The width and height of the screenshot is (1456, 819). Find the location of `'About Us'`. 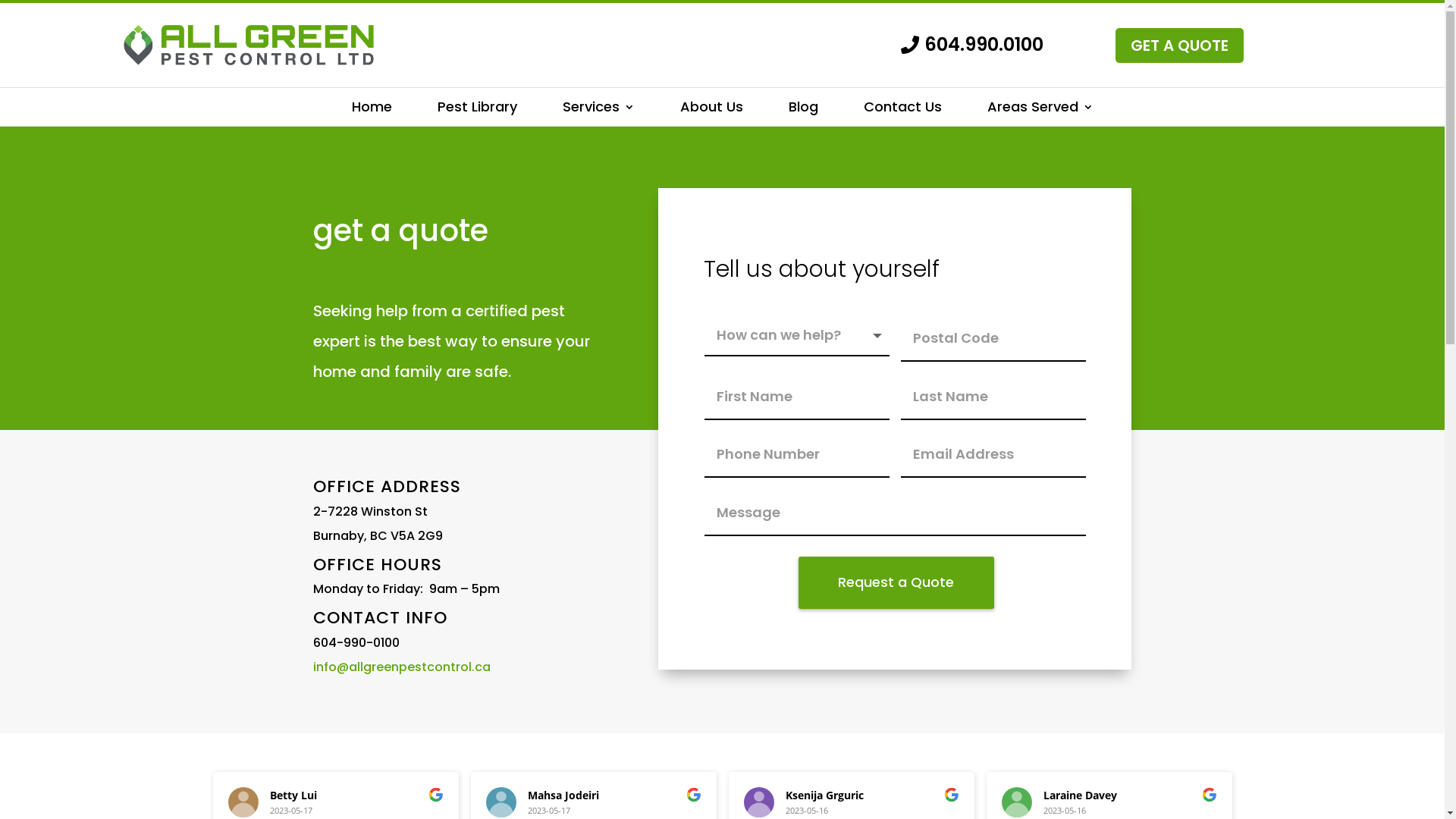

'About Us' is located at coordinates (710, 109).